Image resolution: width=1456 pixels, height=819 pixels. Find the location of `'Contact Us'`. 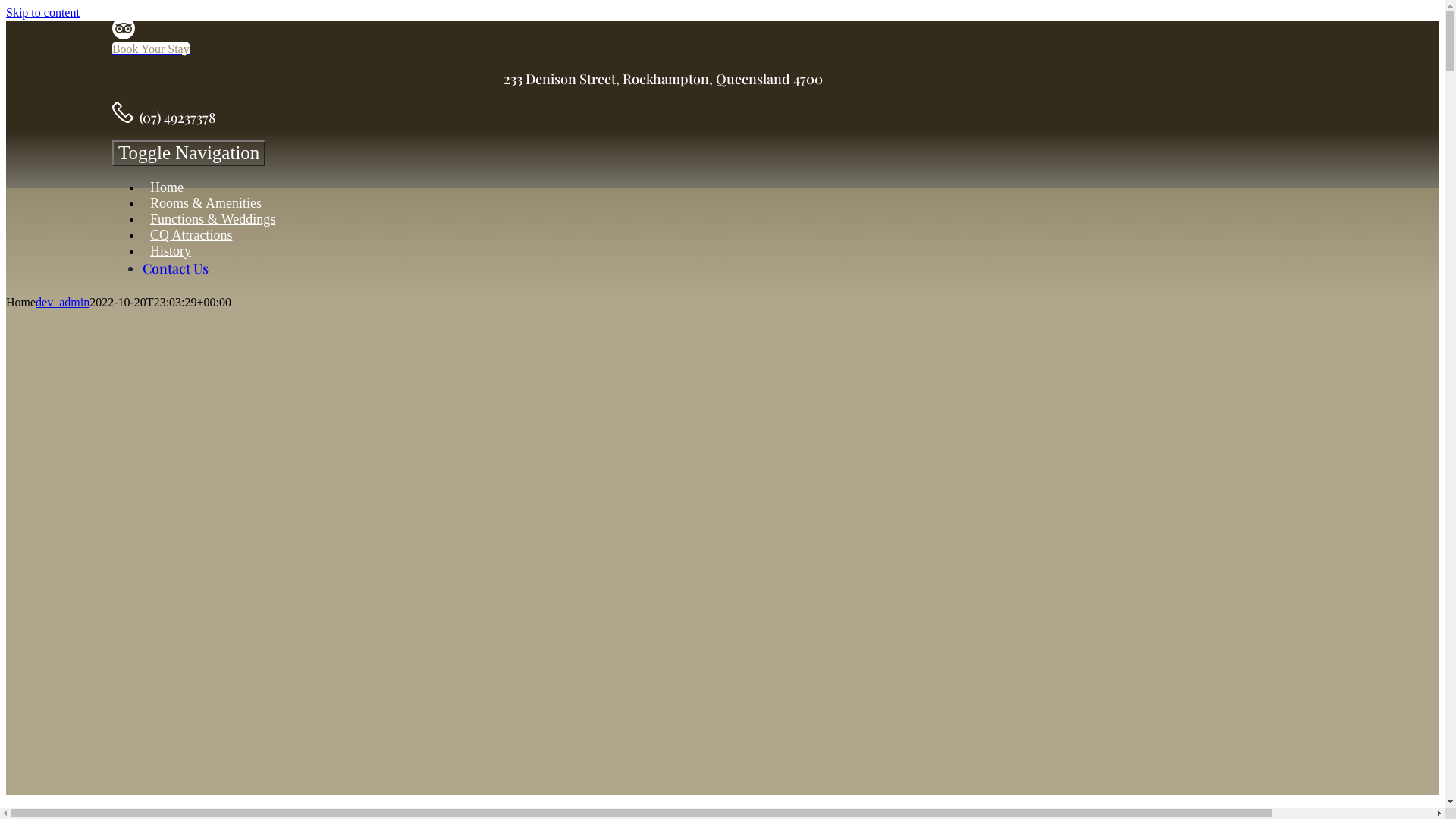

'Contact Us' is located at coordinates (175, 268).